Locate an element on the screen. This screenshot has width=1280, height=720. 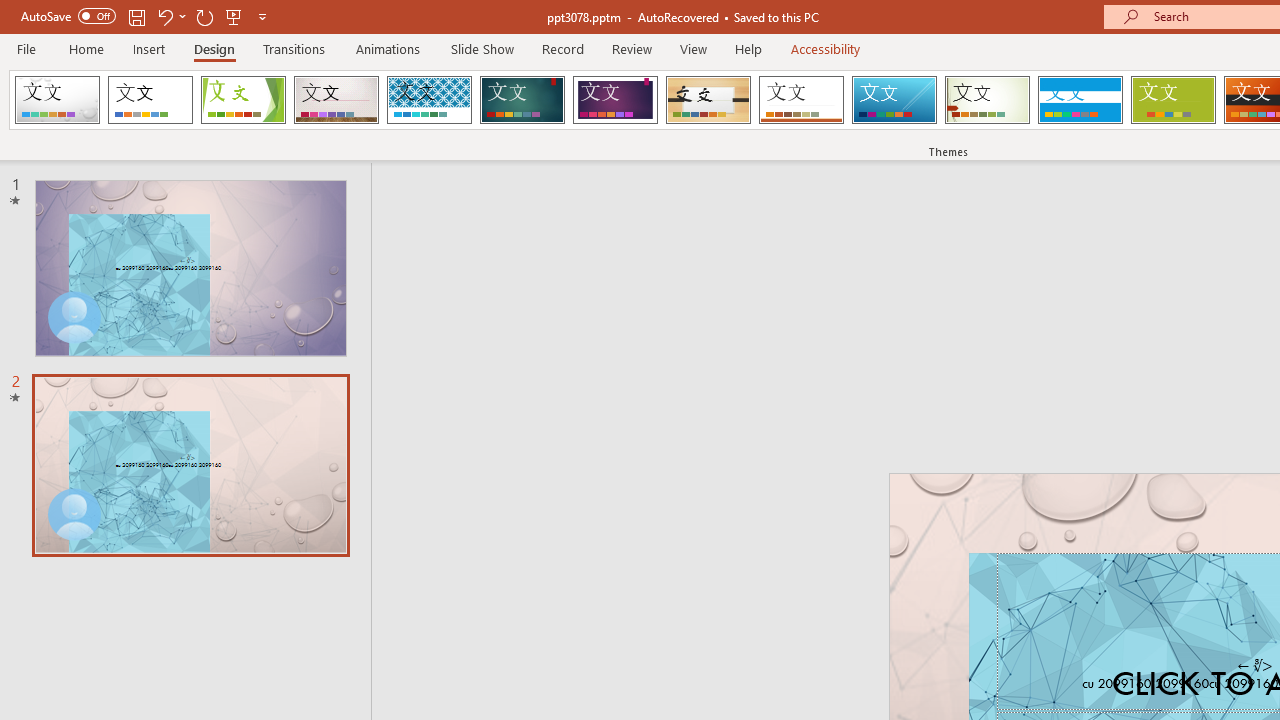
'Ion' is located at coordinates (522, 100).